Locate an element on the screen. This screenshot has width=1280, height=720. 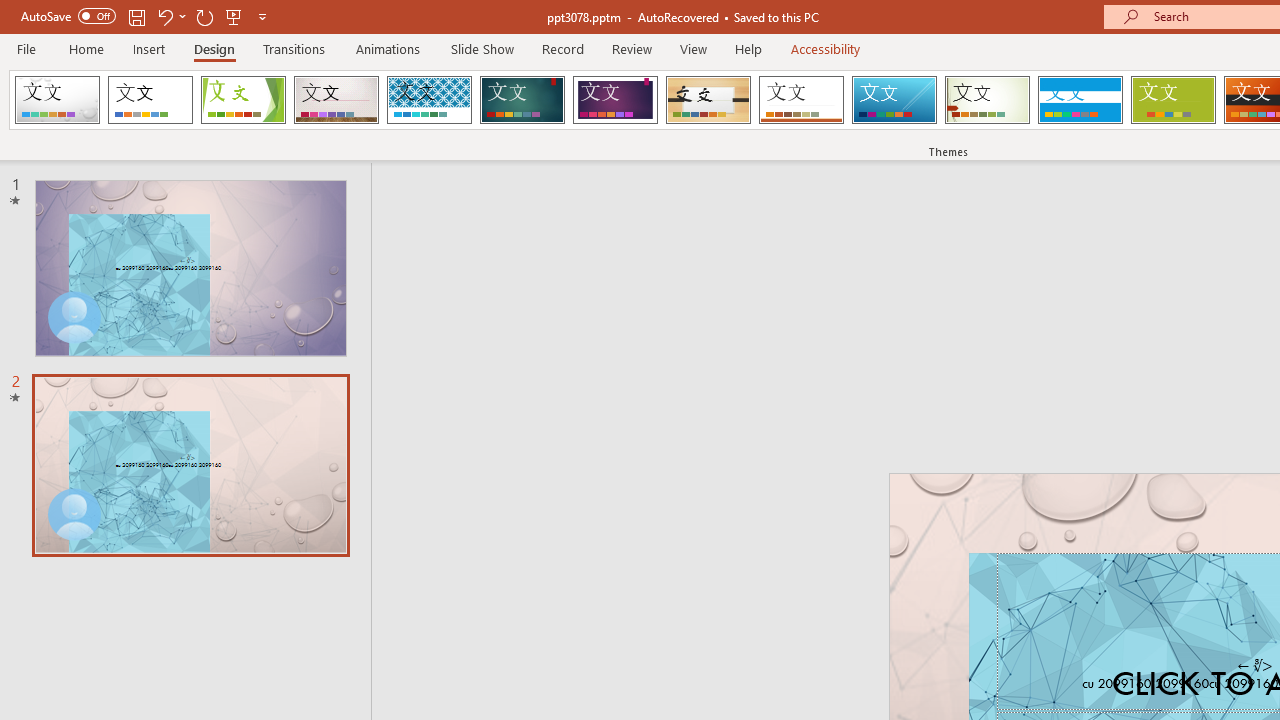
'Ion' is located at coordinates (522, 100).